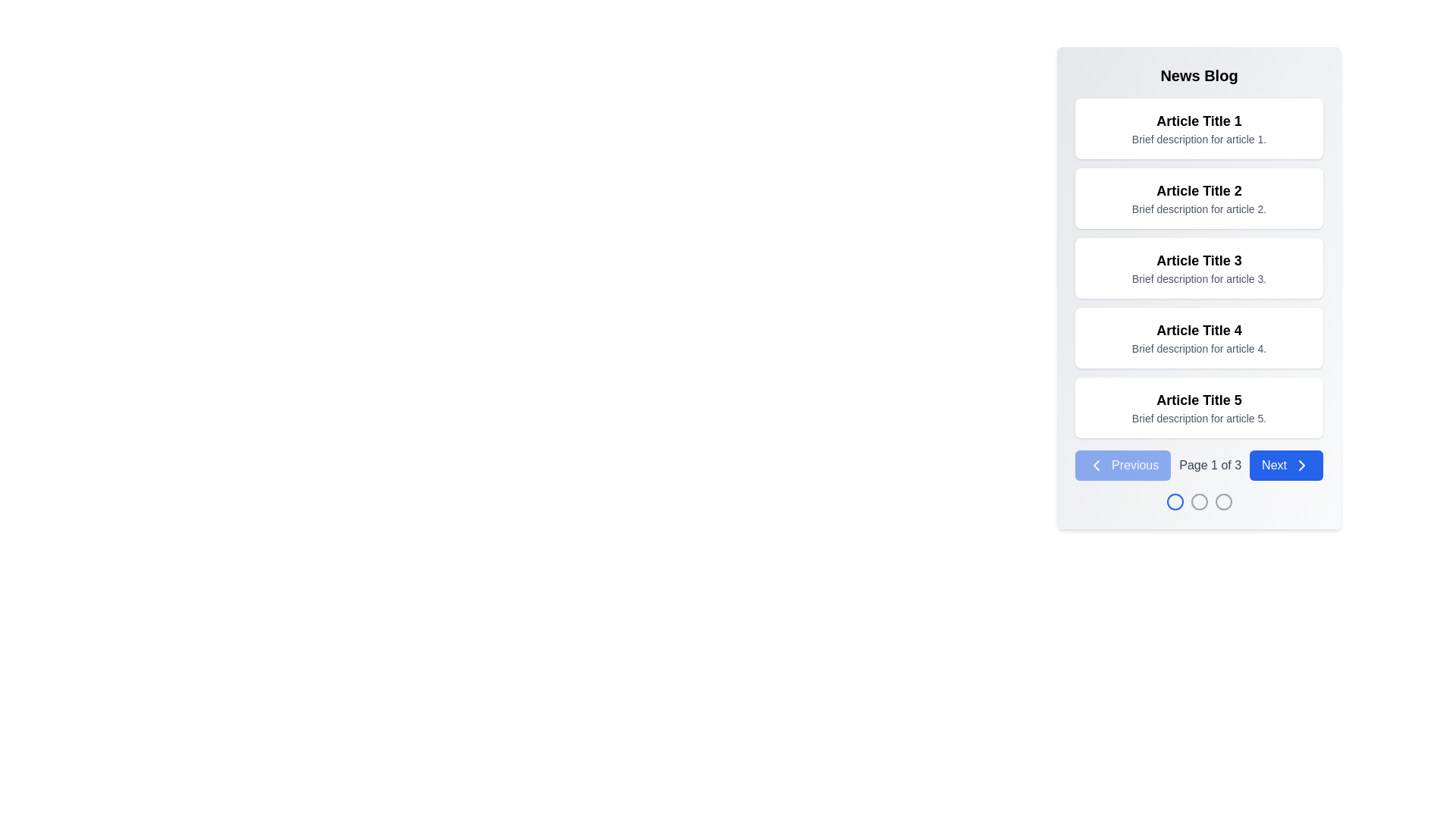 The image size is (1456, 819). What do you see at coordinates (1223, 502) in the screenshot?
I see `the third pagination indicator, which is a circular shape with a visible outline` at bounding box center [1223, 502].